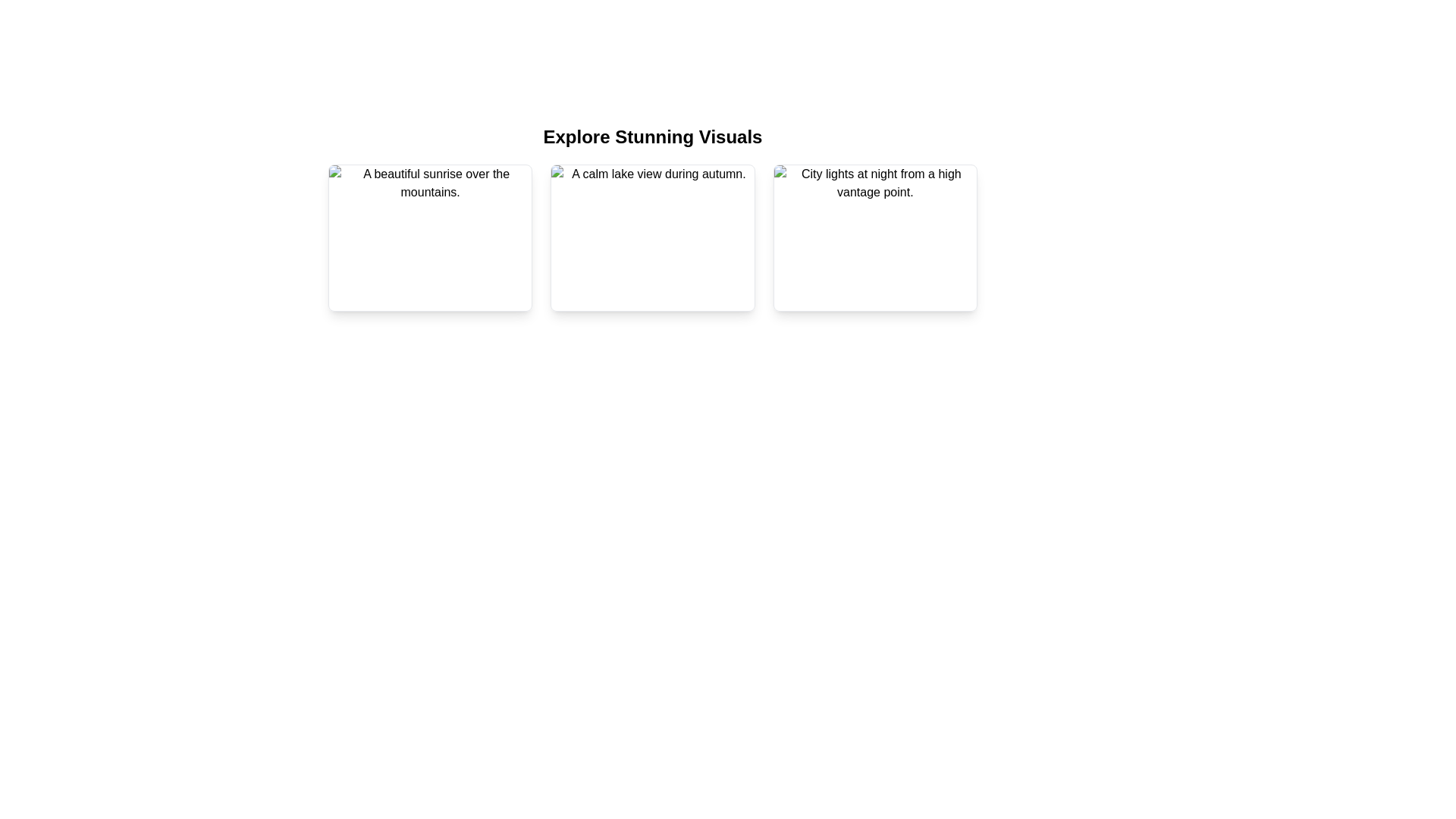 The width and height of the screenshot is (1456, 819). I want to click on the image card displaying 'A calm lake view during autumn.' located in the center of the grid layout, so click(652, 237).